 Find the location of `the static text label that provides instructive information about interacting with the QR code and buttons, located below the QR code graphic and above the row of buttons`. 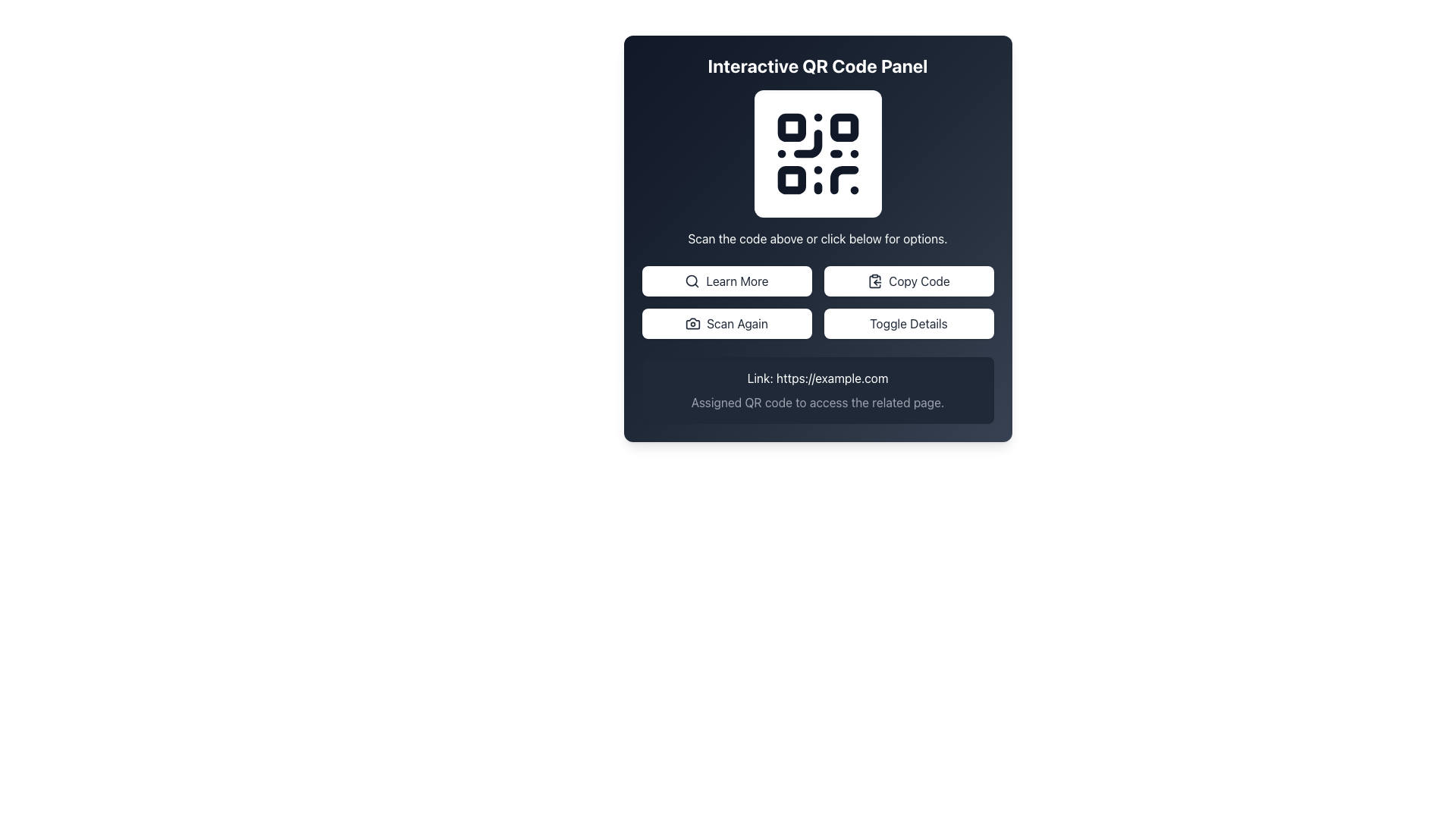

the static text label that provides instructive information about interacting with the QR code and buttons, located below the QR code graphic and above the row of buttons is located at coordinates (817, 239).